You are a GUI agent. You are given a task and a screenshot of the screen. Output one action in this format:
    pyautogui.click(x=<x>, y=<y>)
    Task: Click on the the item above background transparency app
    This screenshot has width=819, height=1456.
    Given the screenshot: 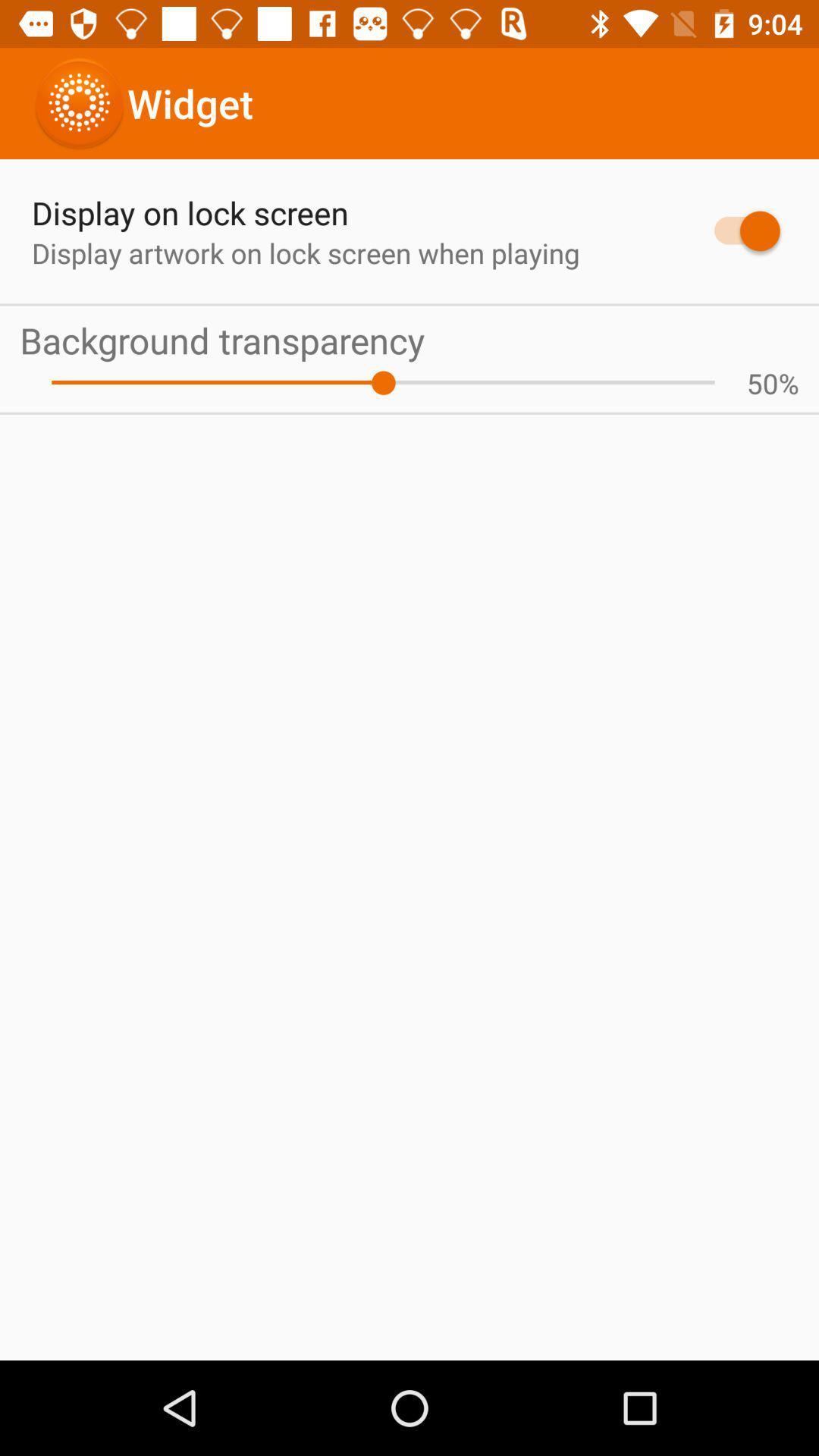 What is the action you would take?
    pyautogui.click(x=739, y=230)
    